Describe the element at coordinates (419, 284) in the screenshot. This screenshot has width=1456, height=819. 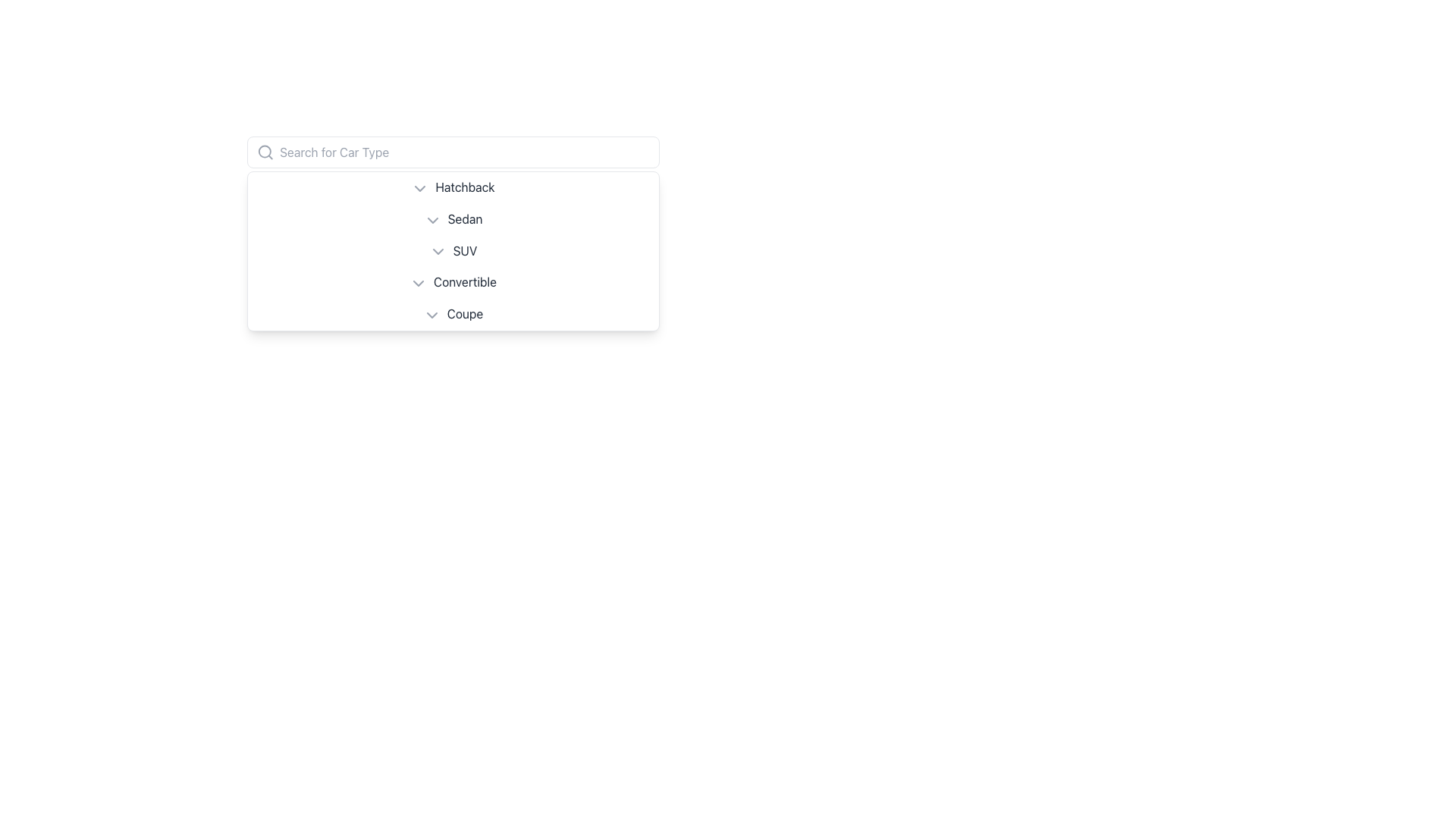
I see `the Dropdown Indicator located to the left of the 'Convertible' text label` at that location.